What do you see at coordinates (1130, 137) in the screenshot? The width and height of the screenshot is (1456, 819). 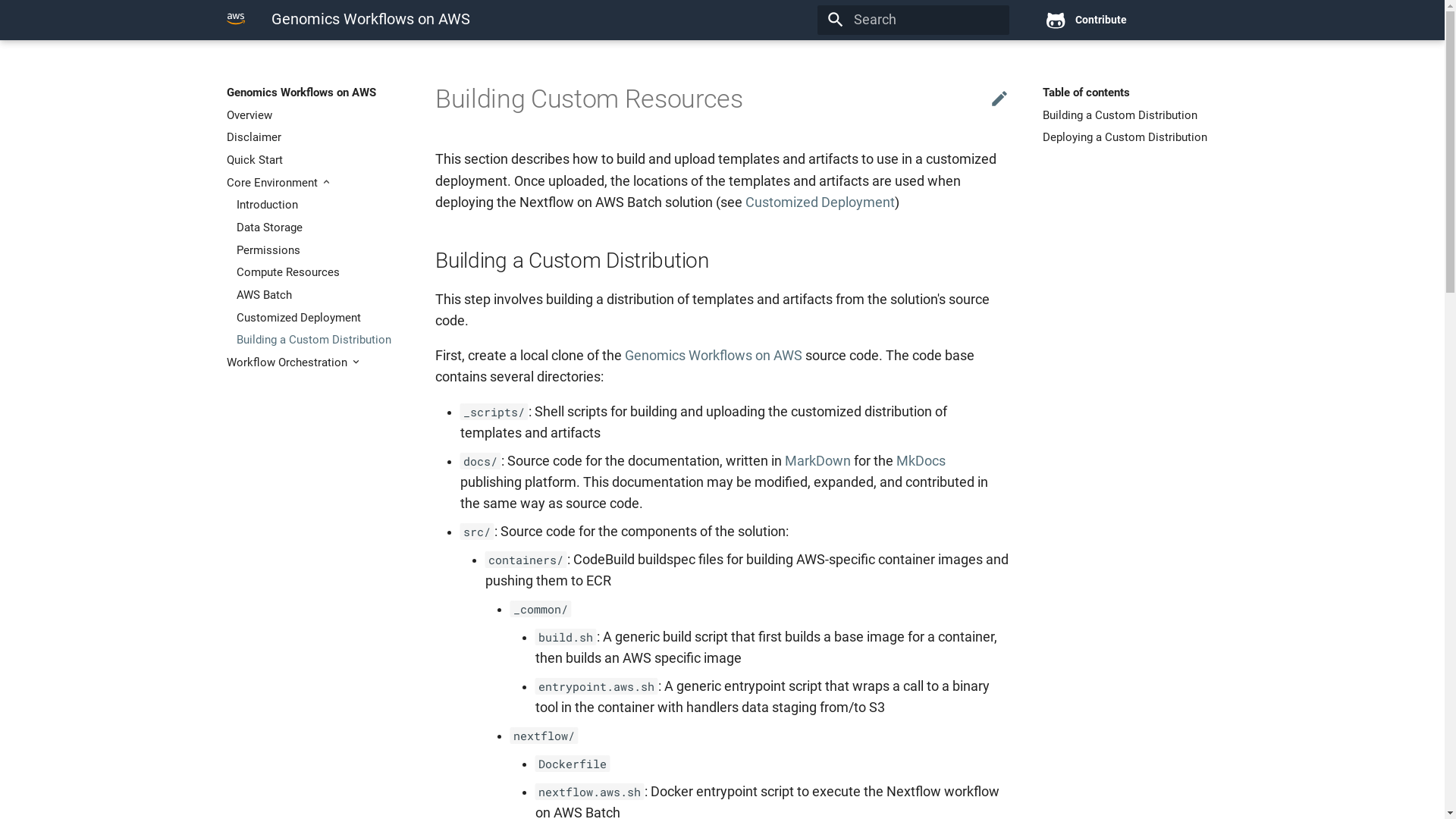 I see `'Deploying a Custom Distribution'` at bounding box center [1130, 137].